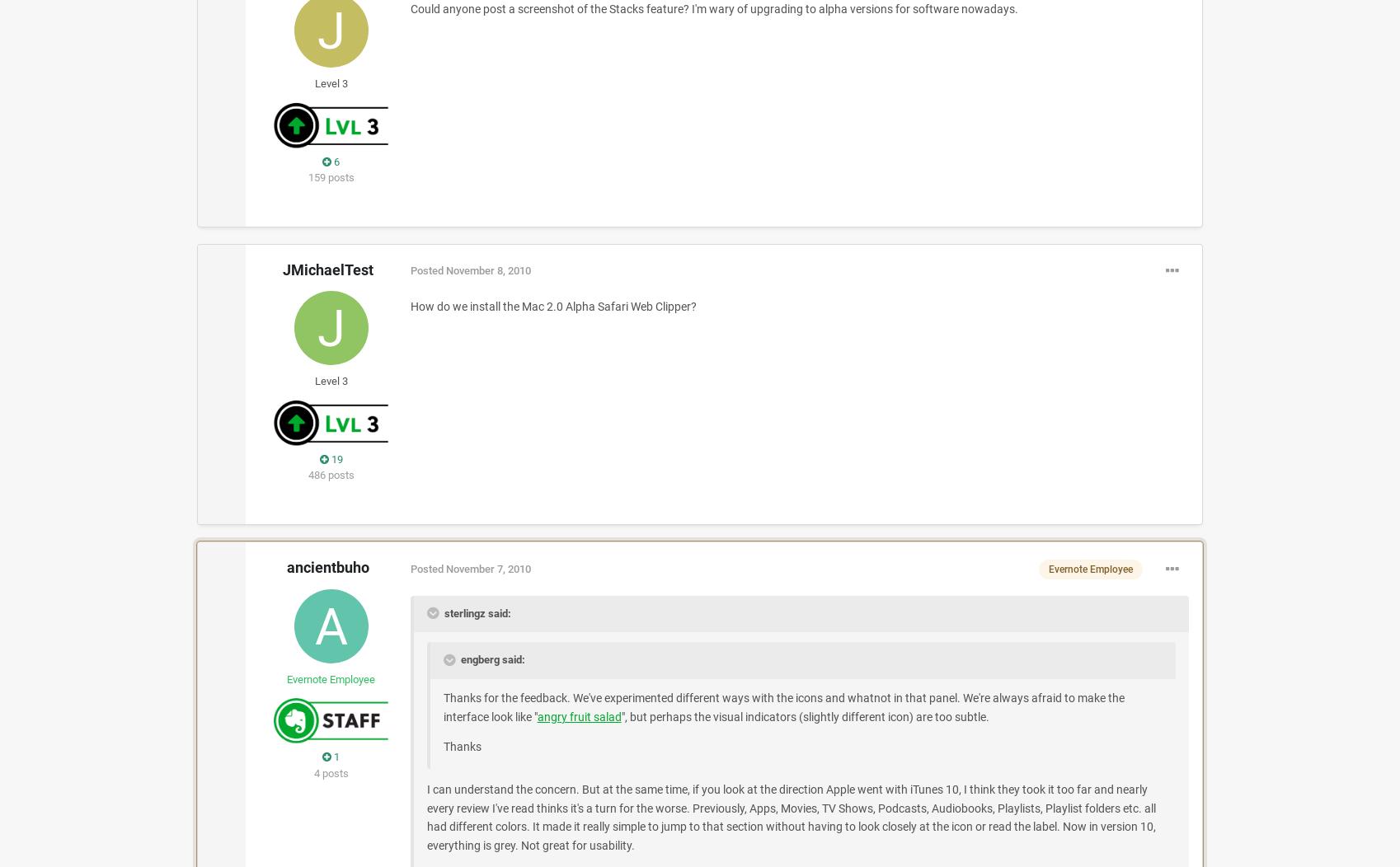 The width and height of the screenshot is (1400, 867). I want to click on '159 posts', so click(331, 177).